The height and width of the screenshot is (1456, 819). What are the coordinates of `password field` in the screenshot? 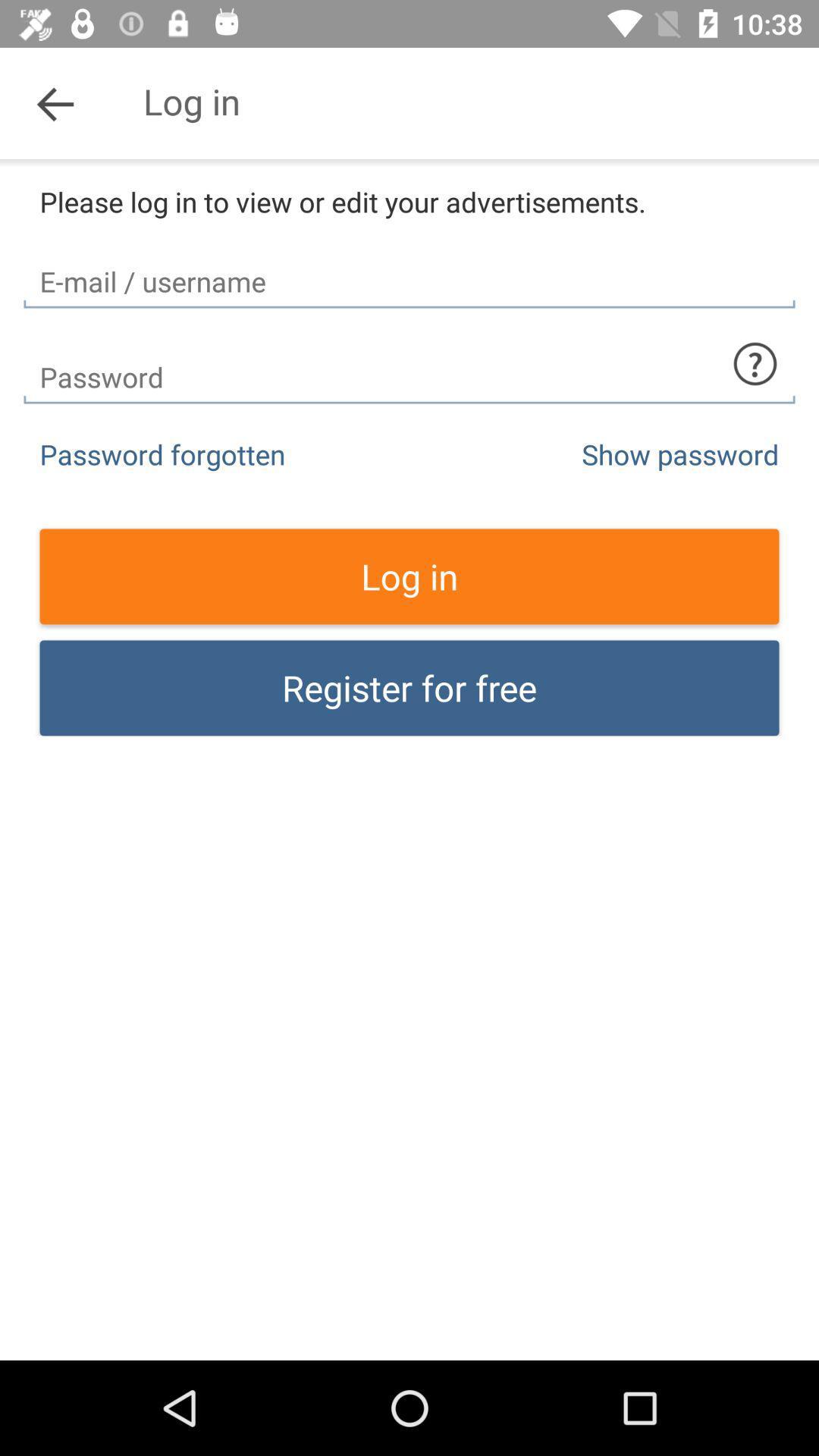 It's located at (409, 364).